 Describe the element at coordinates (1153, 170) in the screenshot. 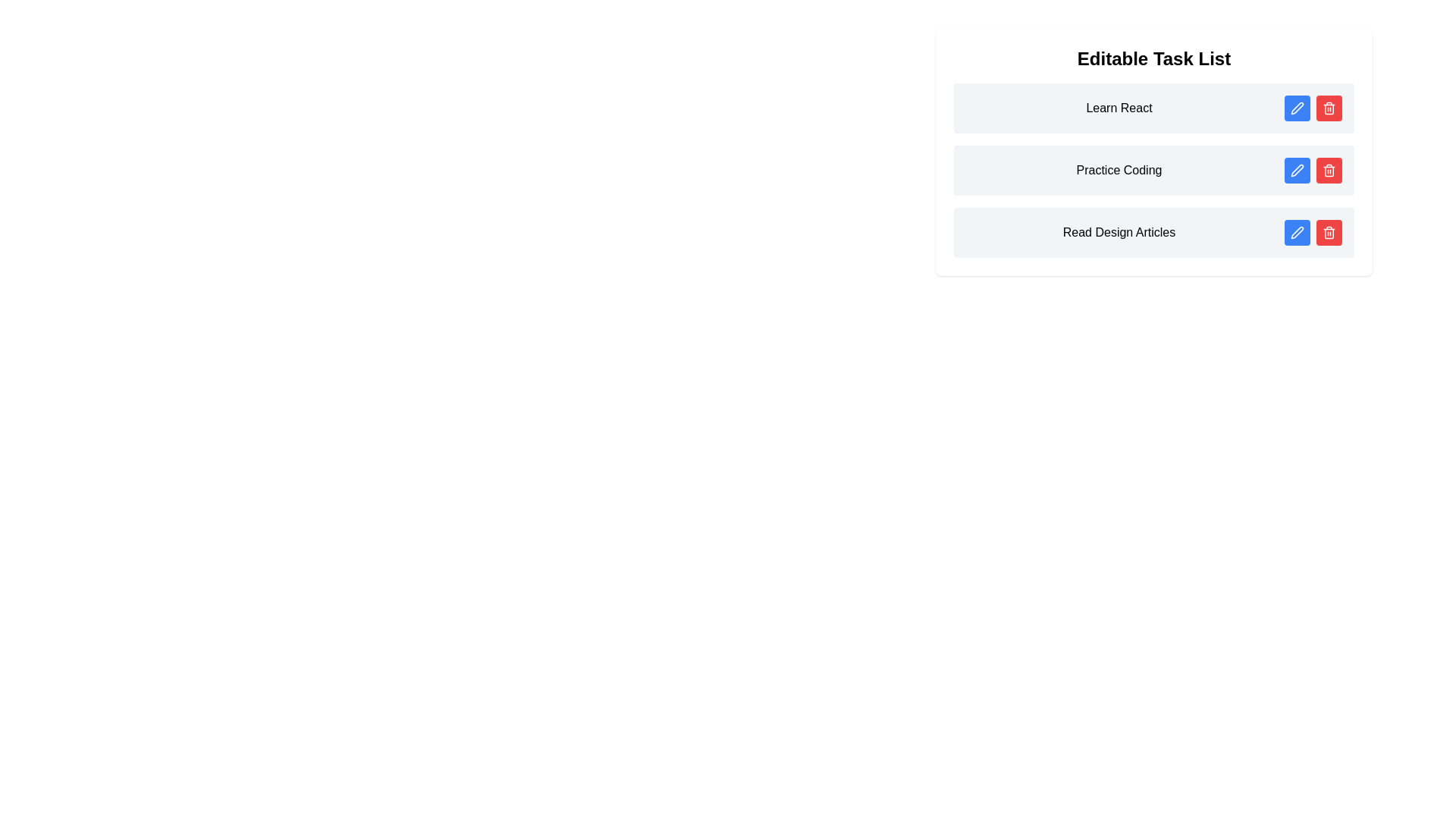

I see `the 'Practice Coding' task item in the task list to emphasize it` at that location.